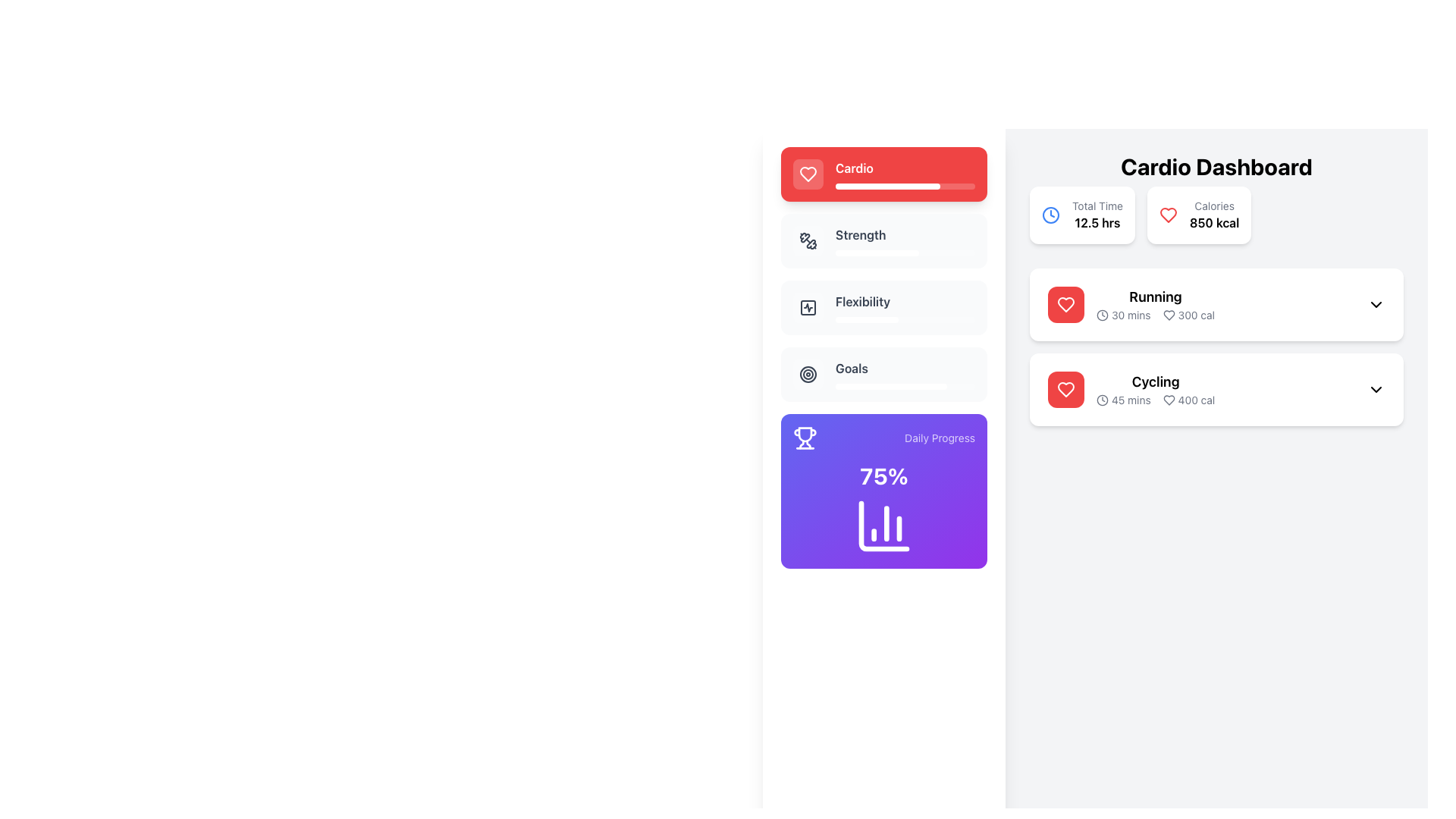 Image resolution: width=1456 pixels, height=819 pixels. I want to click on the time indicator icon located within the 'Running' card, positioned before the text '30 mins', so click(1103, 315).